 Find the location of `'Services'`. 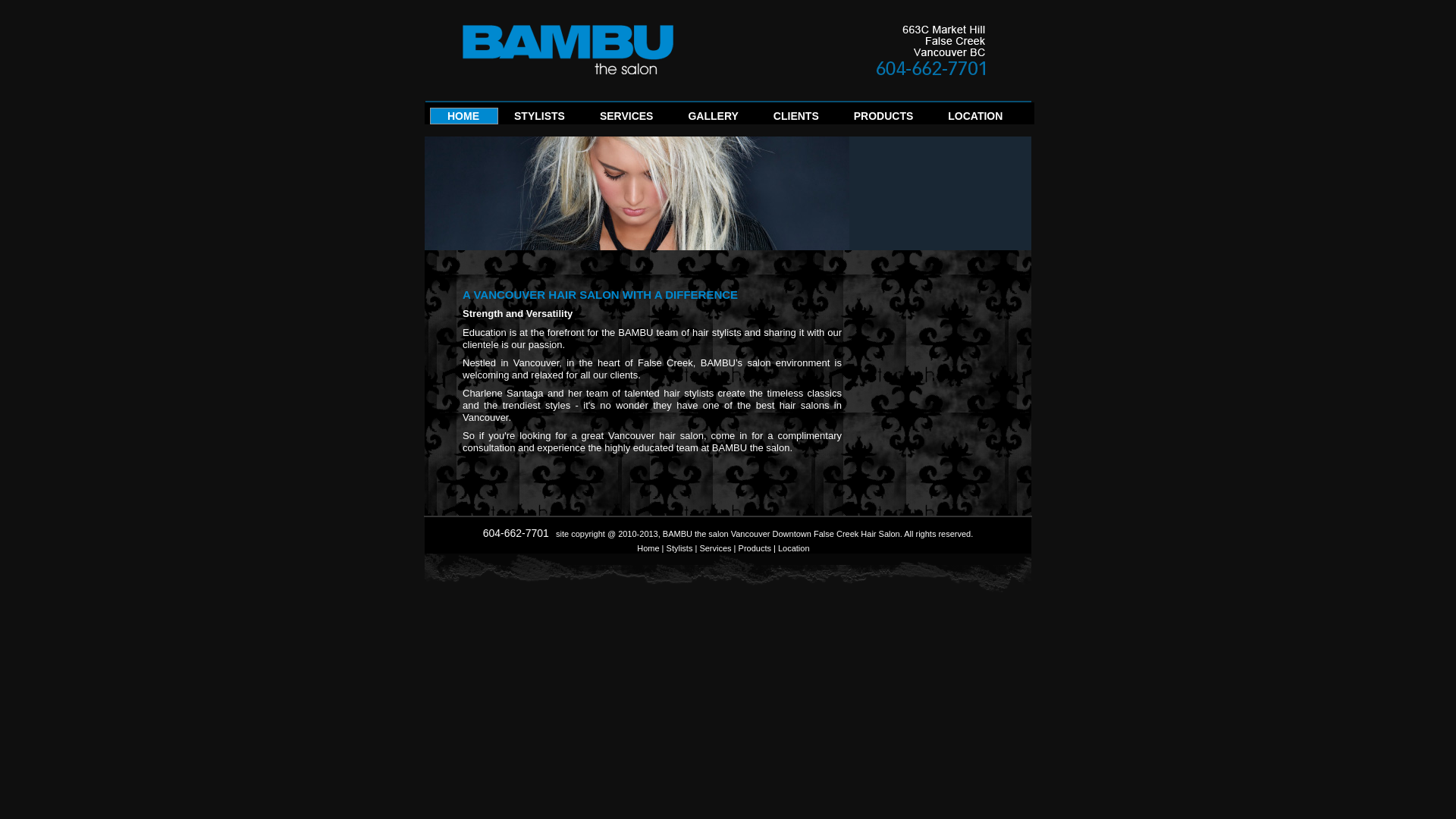

'Services' is located at coordinates (714, 548).